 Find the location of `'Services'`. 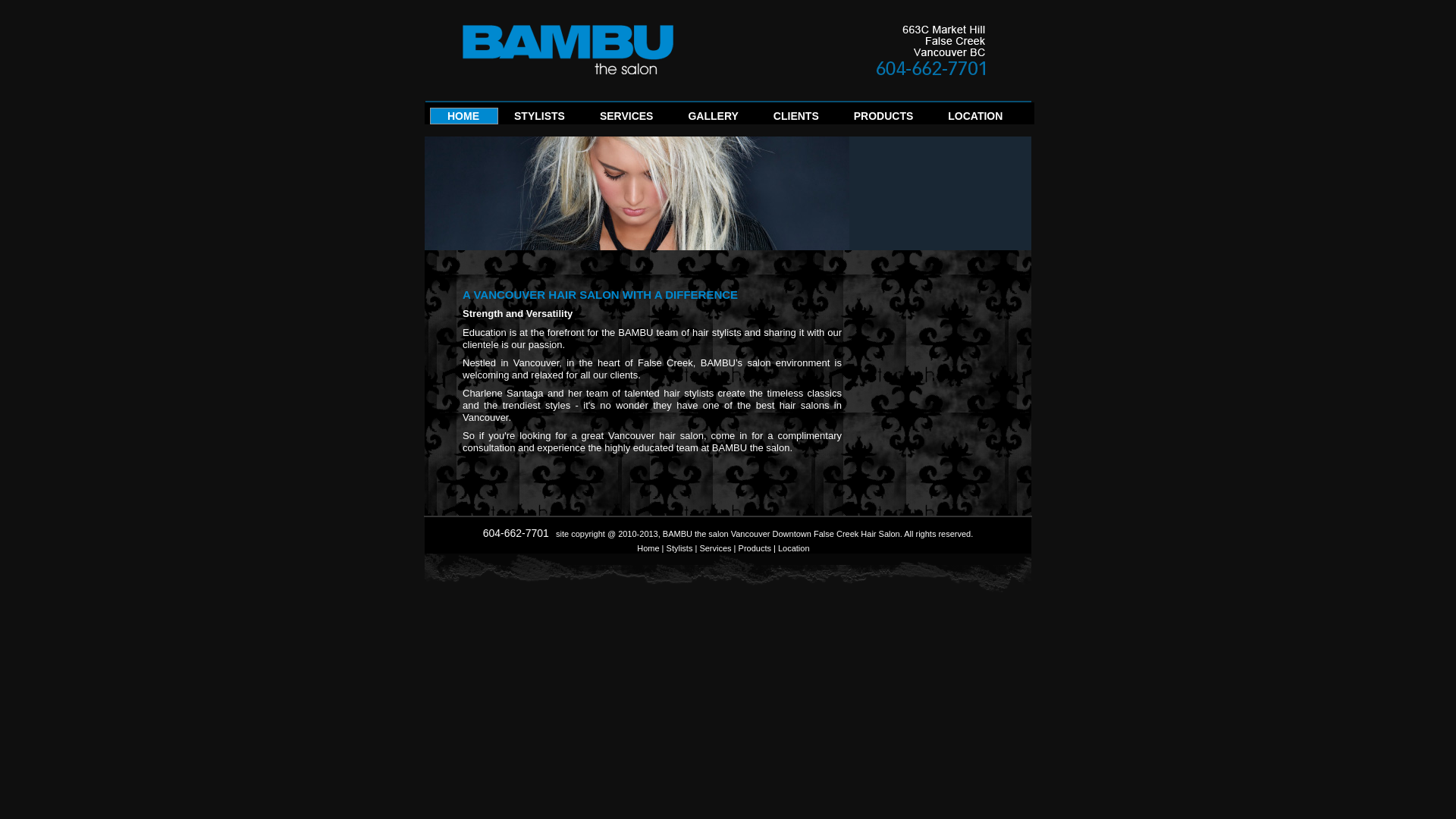

'Services' is located at coordinates (714, 548).